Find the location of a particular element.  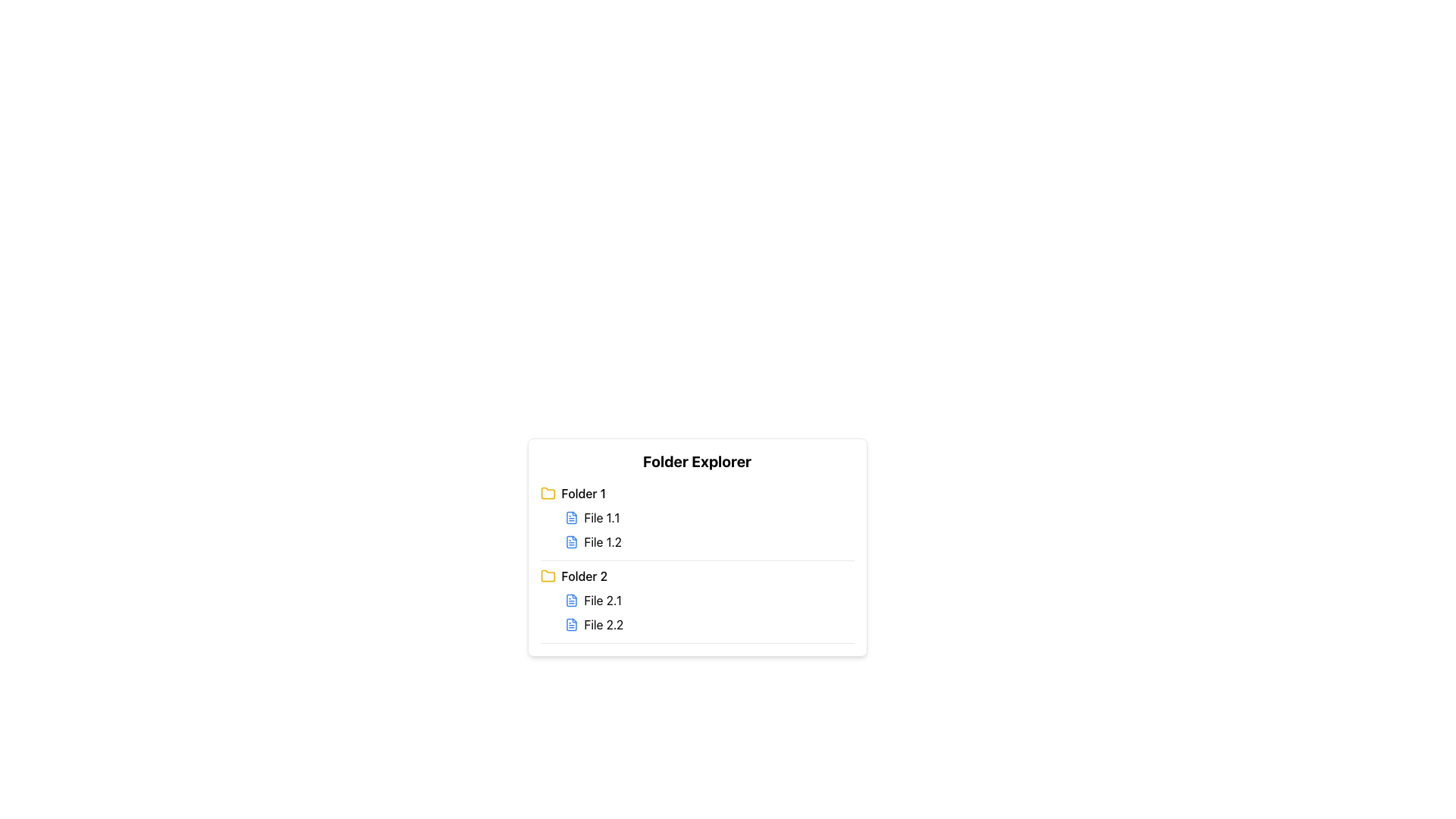

the file entry 'File 2.1' within the folder titled 'Folder 2' is located at coordinates (696, 604).